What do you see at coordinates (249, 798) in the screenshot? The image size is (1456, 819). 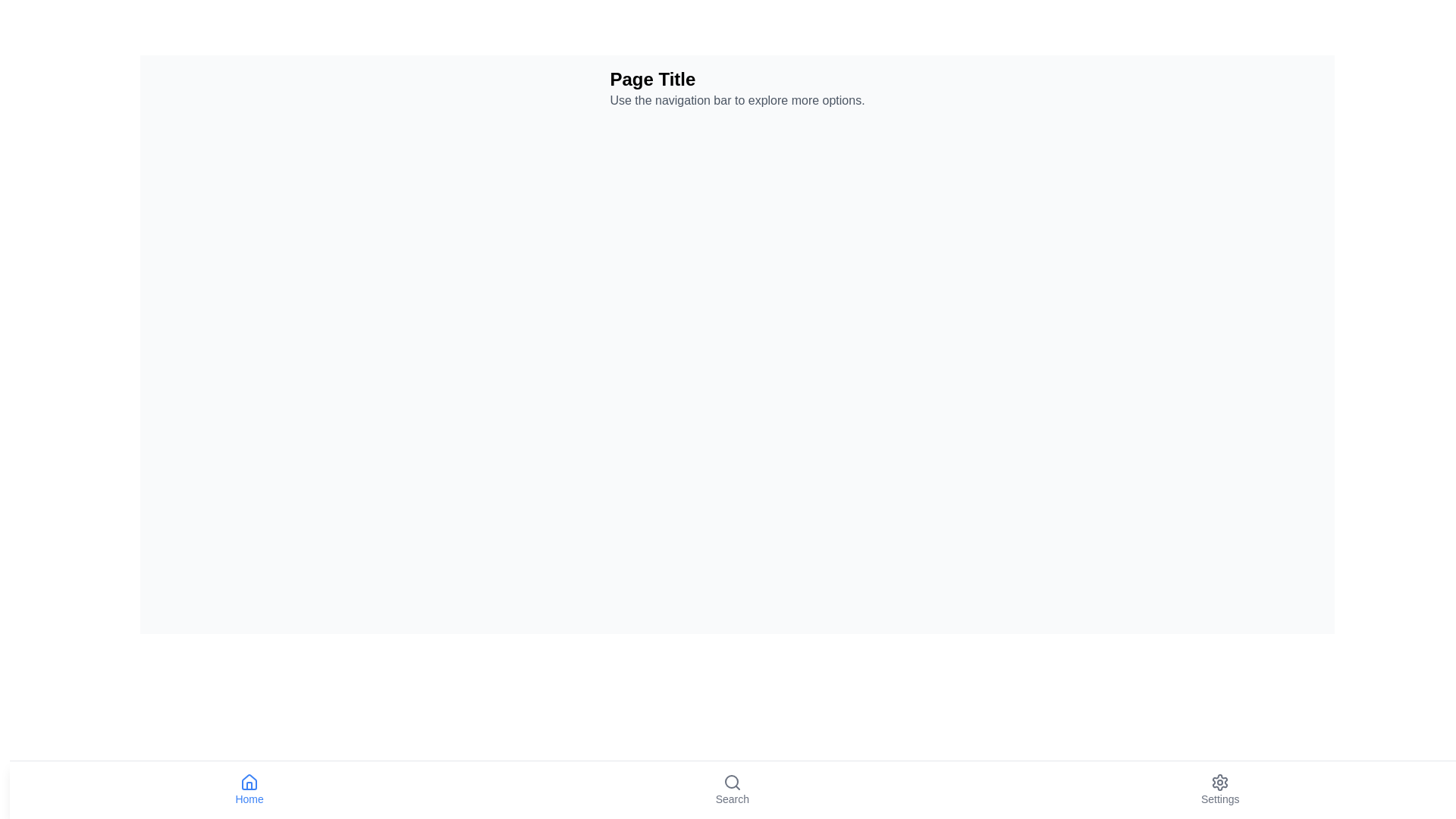 I see `the 'Home' text label element, which is styled in blue and located at the bottom of the interface, beneath a house icon` at bounding box center [249, 798].